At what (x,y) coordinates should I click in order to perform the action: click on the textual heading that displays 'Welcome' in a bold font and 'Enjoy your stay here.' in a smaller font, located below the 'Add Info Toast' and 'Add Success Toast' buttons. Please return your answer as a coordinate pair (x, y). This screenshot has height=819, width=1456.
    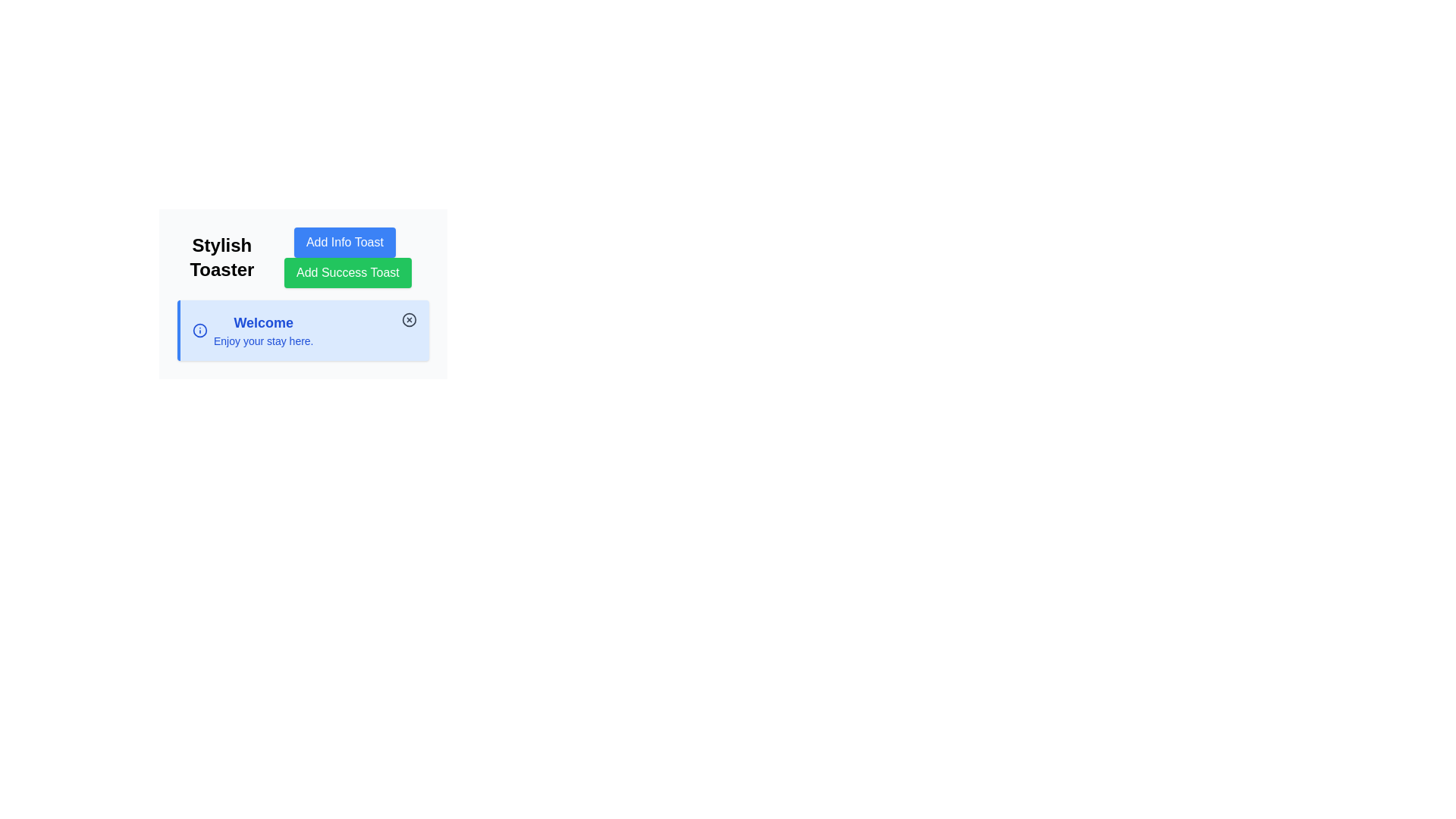
    Looking at the image, I should click on (263, 329).